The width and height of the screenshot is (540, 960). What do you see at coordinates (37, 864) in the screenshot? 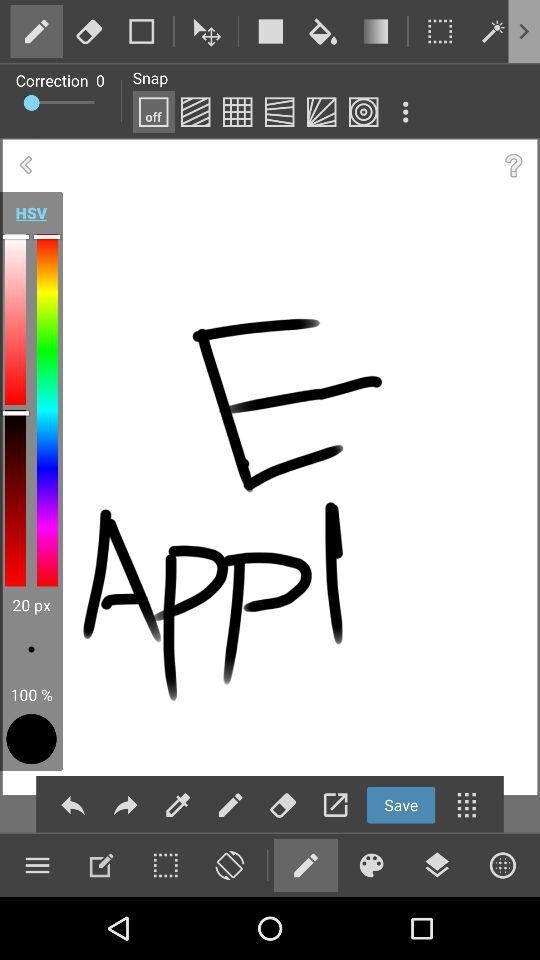
I see `open menu` at bounding box center [37, 864].